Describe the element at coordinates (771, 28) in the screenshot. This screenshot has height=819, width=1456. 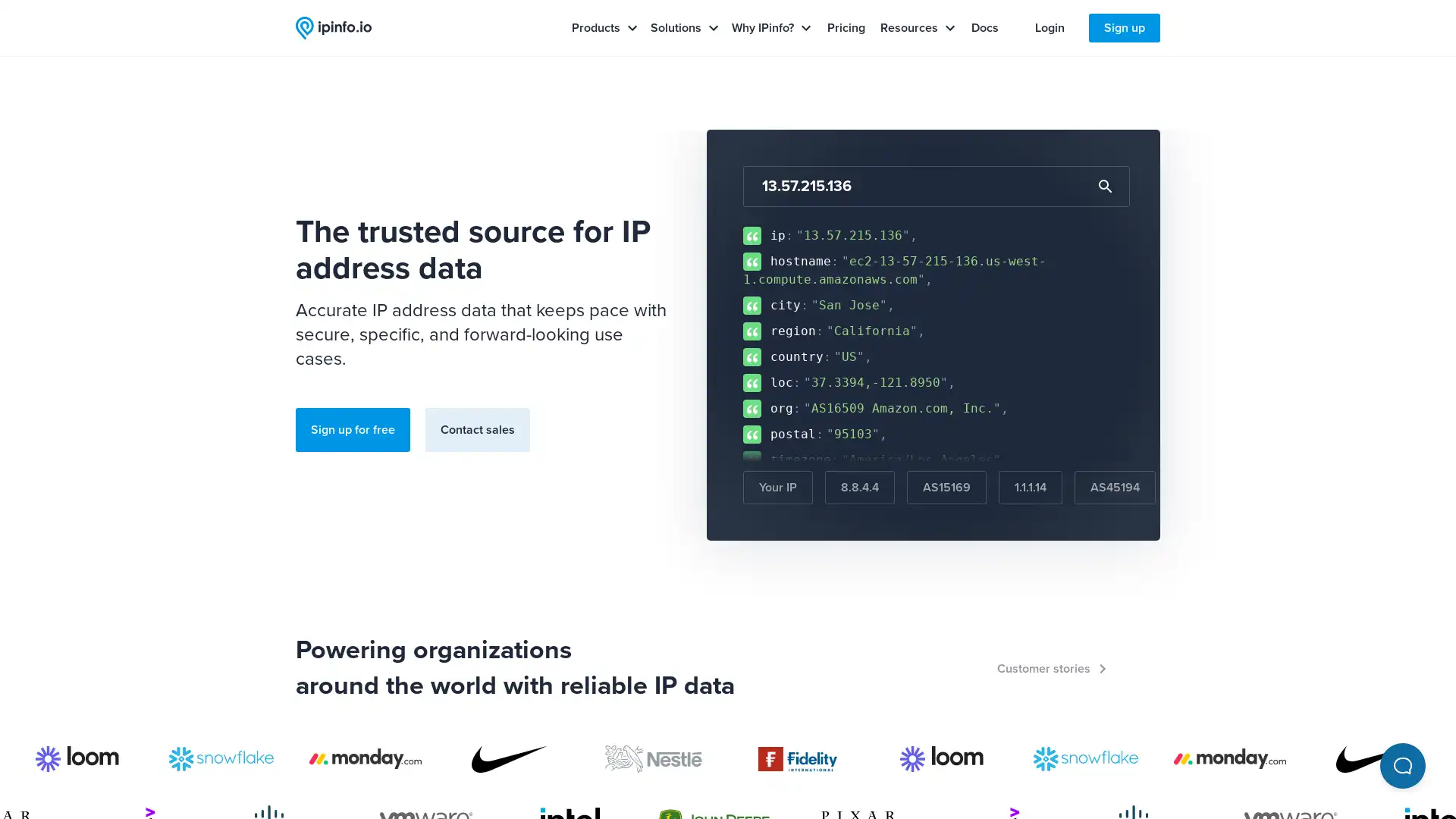
I see `Why IPinfo?` at that location.